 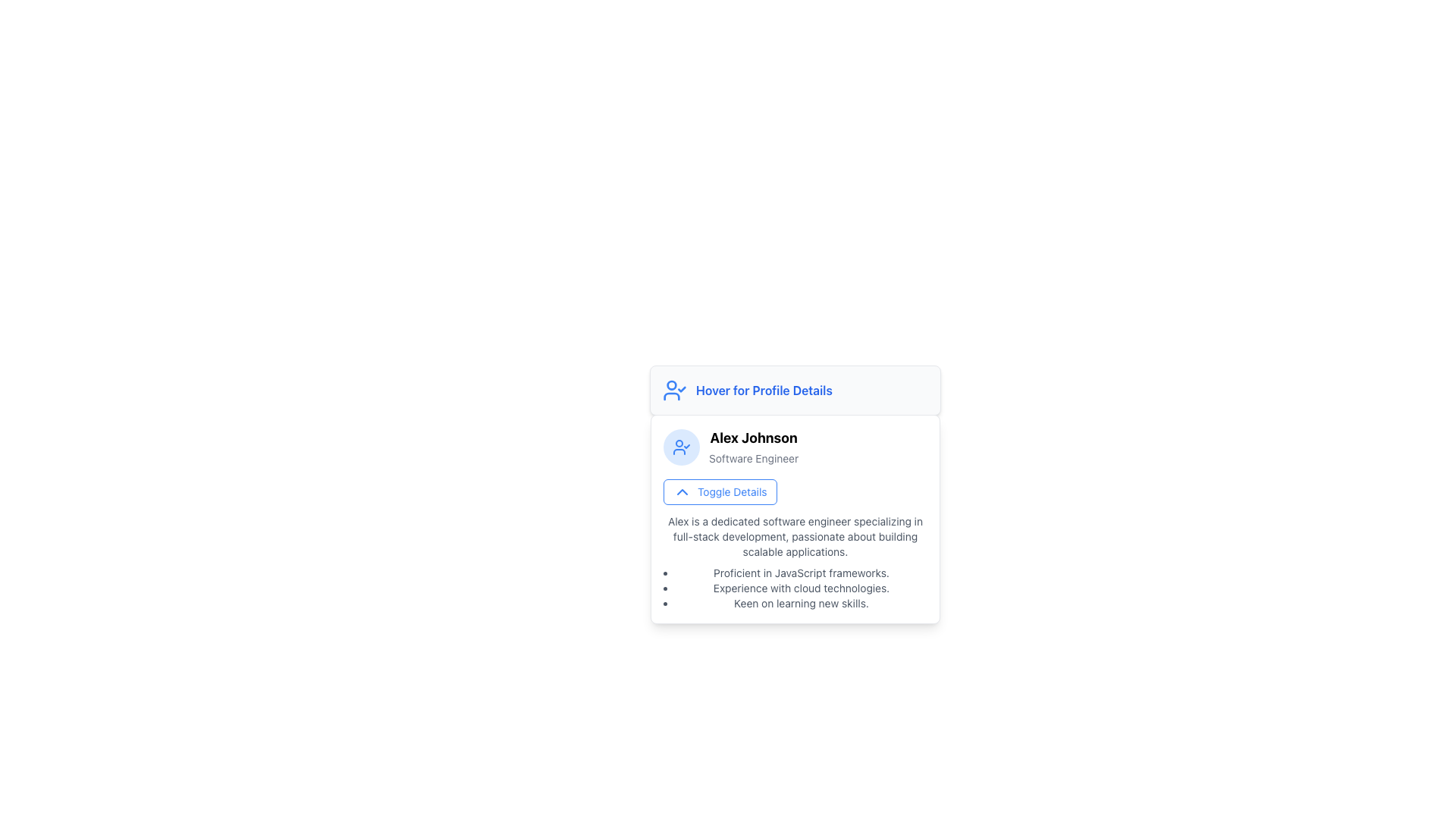 I want to click on the circular icon with a blue background and a white profile figure with a checkmark, located next to the text 'Alex Johnson', so click(x=680, y=447).